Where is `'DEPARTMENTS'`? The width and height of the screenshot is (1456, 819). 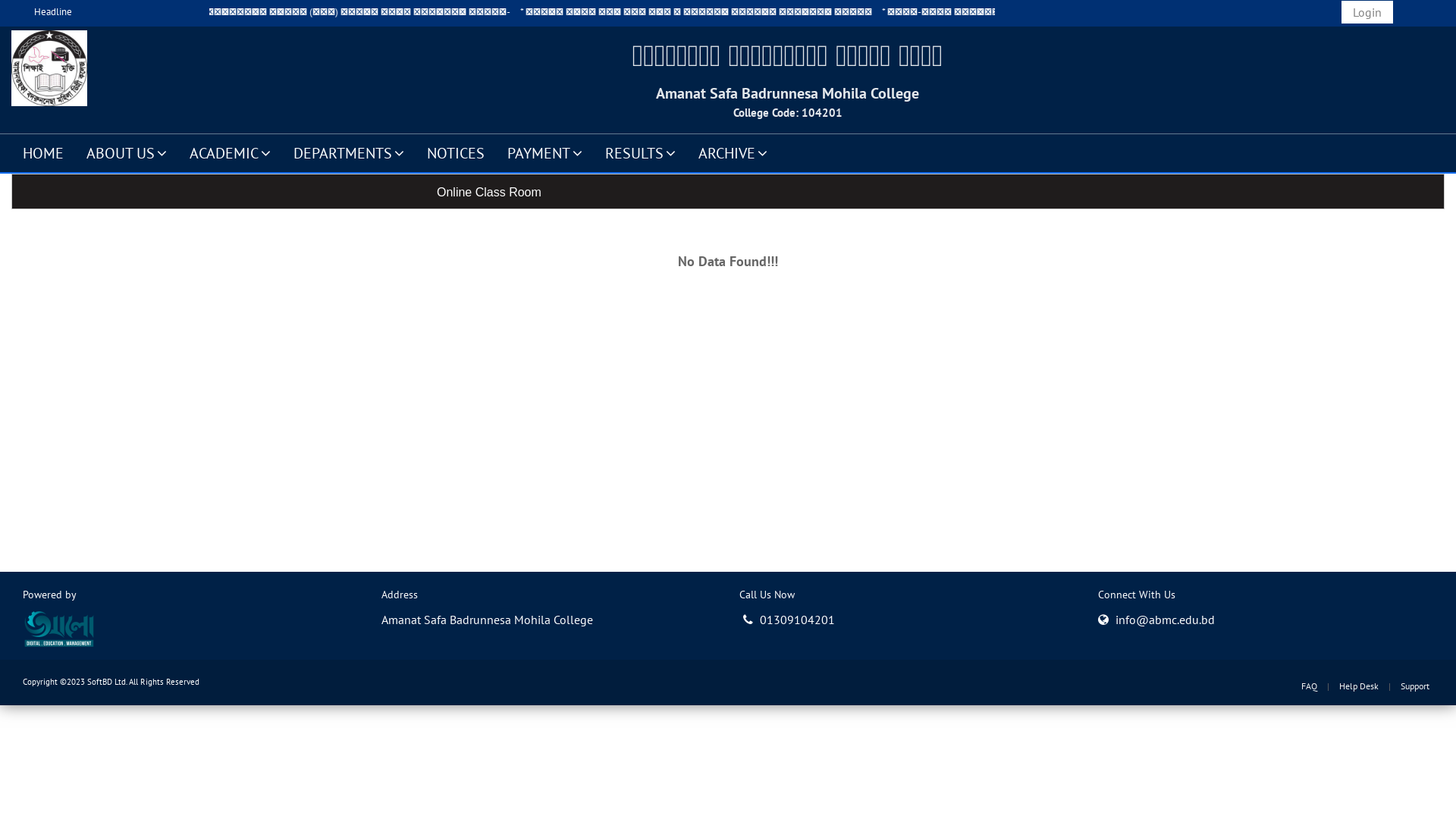 'DEPARTMENTS' is located at coordinates (348, 152).